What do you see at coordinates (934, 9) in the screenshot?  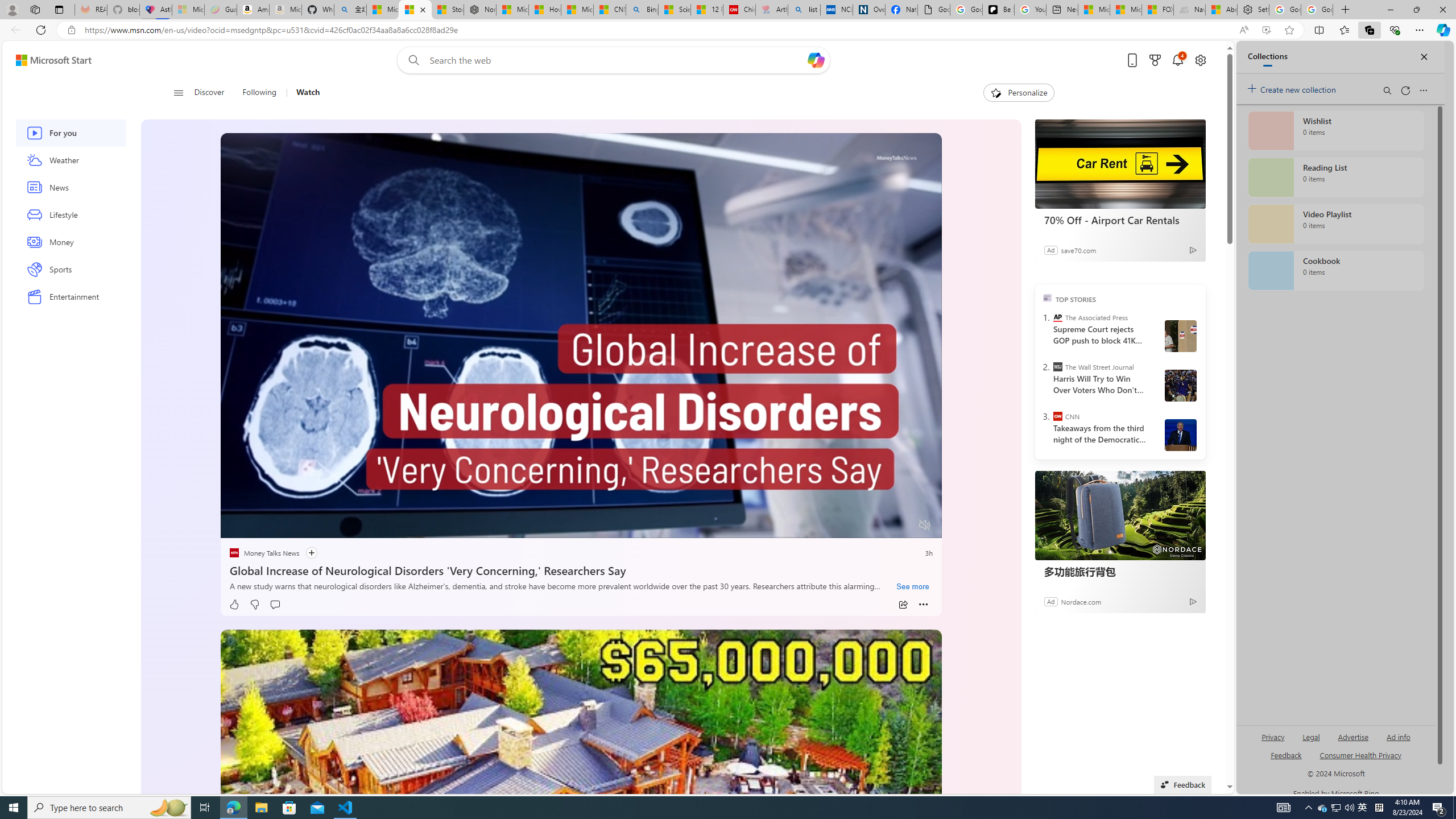 I see `'Google Analytics Opt-out Browser Add-on Download Page'` at bounding box center [934, 9].